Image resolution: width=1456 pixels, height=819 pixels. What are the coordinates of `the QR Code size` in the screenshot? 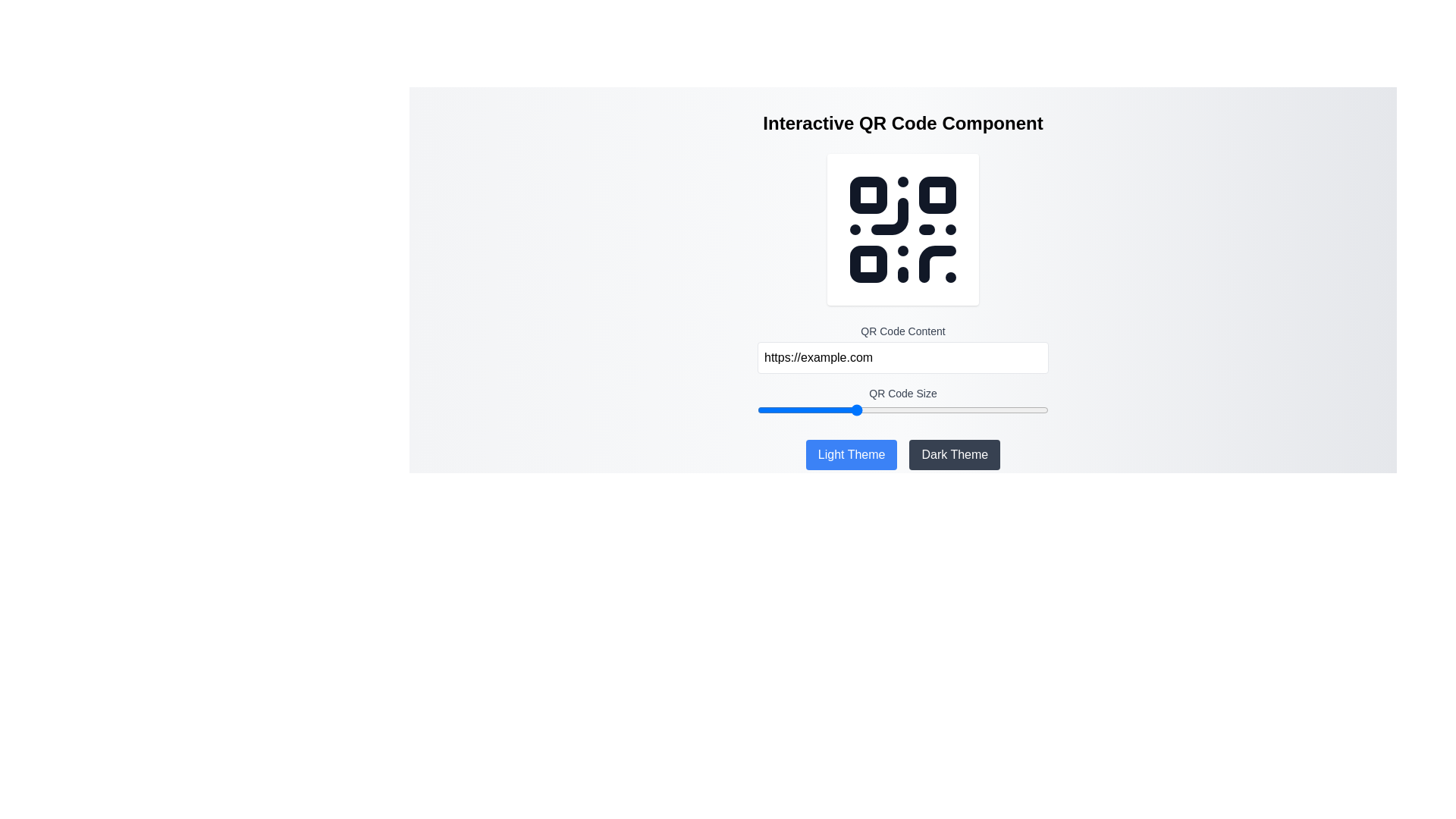 It's located at (894, 409).